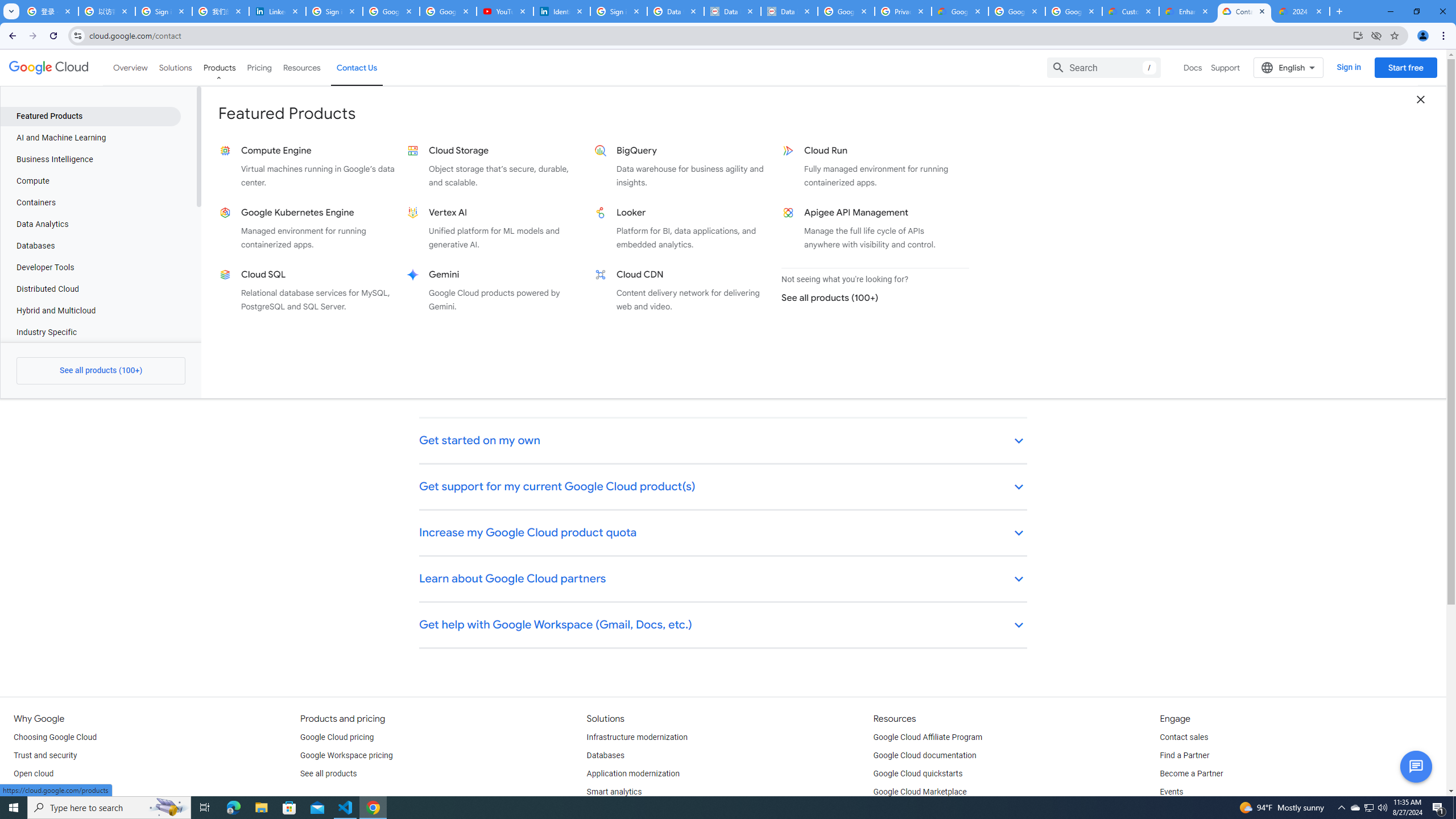 This screenshot has width=1456, height=819. What do you see at coordinates (90, 267) in the screenshot?
I see `'Developer Tools'` at bounding box center [90, 267].